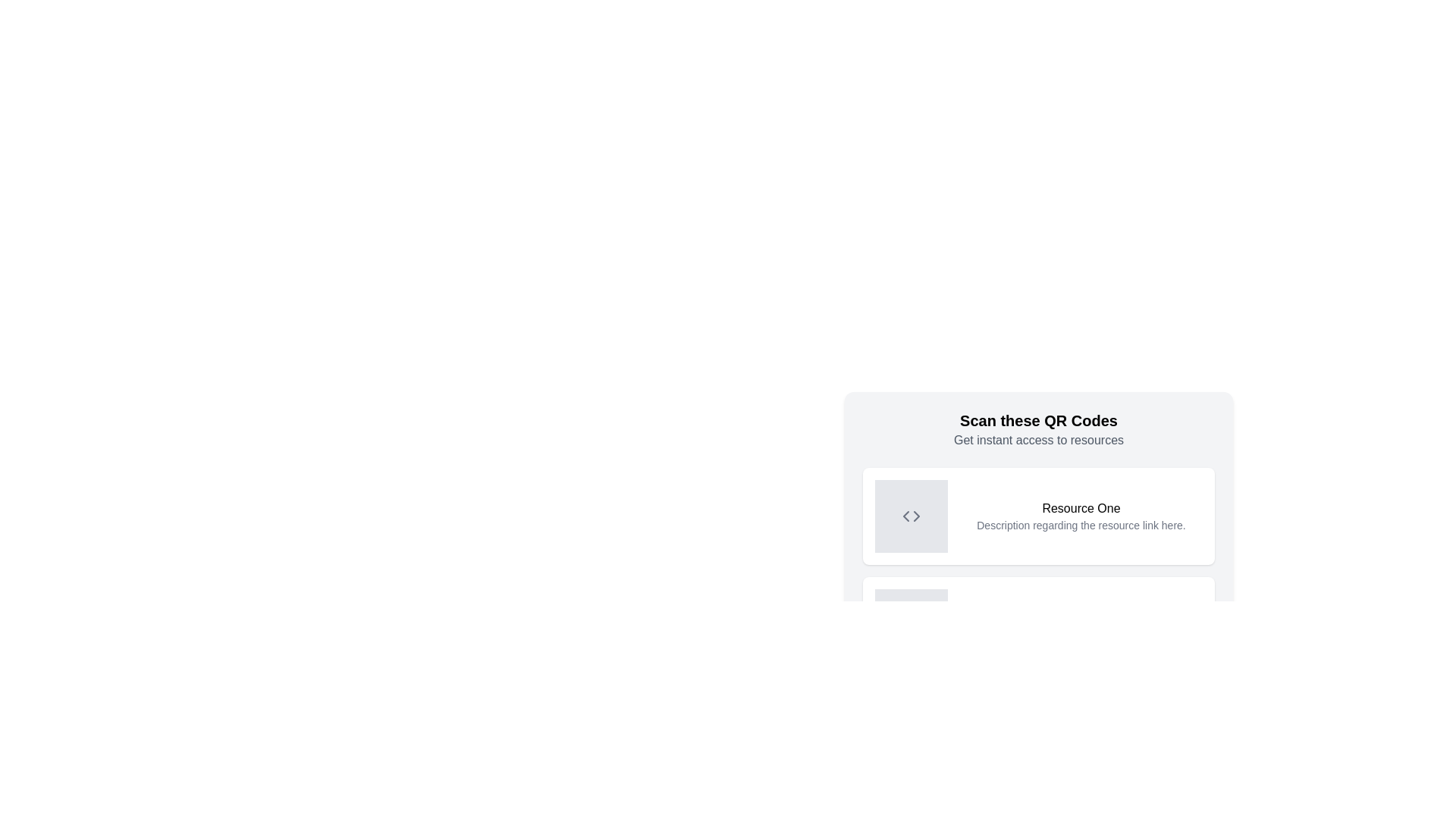  What do you see at coordinates (1037, 441) in the screenshot?
I see `the static text displaying 'Get instant access to resources', which is styled in gray font and positioned beneath the bold text 'Scan these QR Codes'` at bounding box center [1037, 441].